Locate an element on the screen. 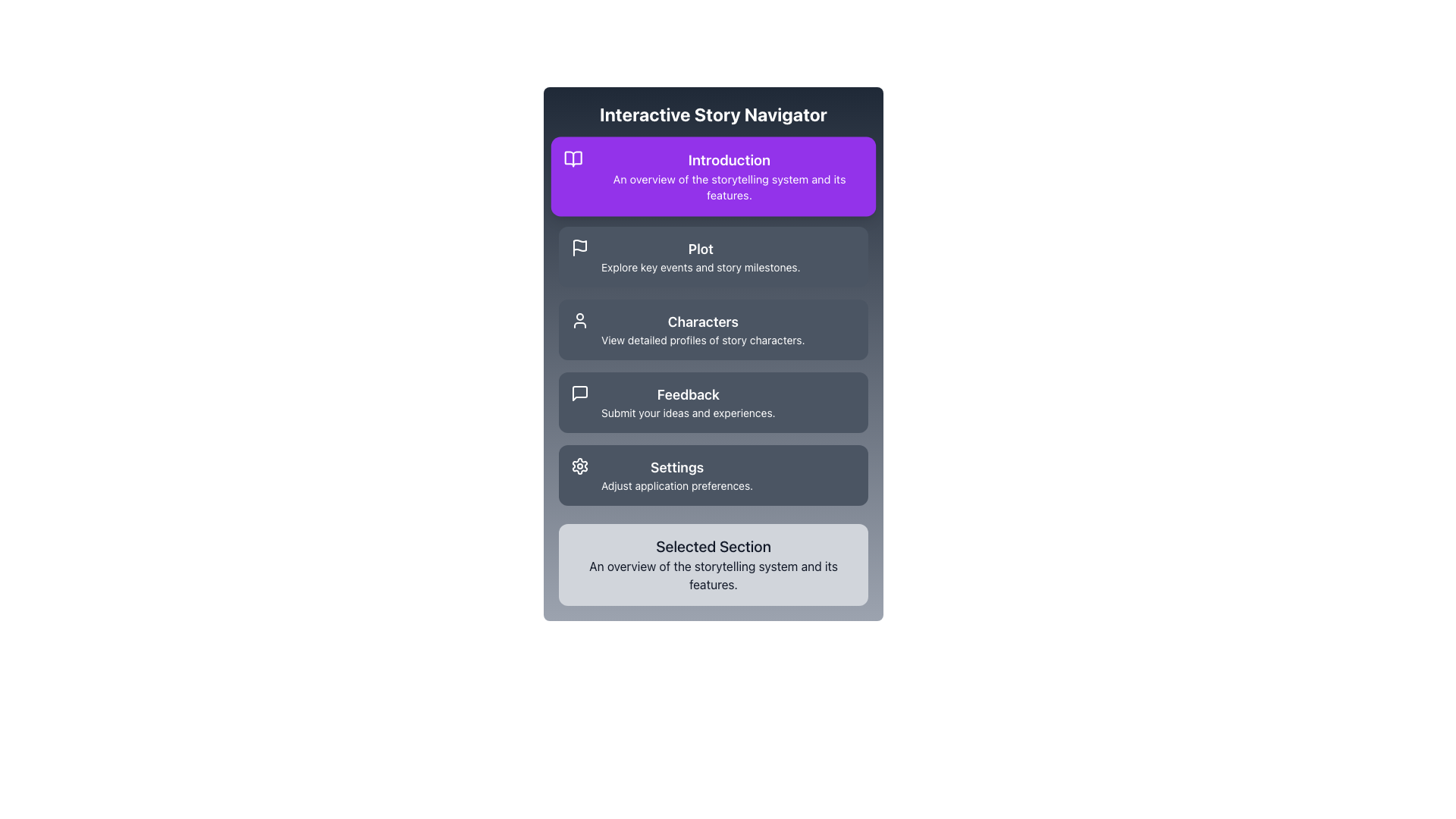 Image resolution: width=1456 pixels, height=819 pixels. the speech bubble icon located in the 'Feedback' section, positioned directly to the left of the 'Submit your ideas and experiences' text is located at coordinates (579, 393).